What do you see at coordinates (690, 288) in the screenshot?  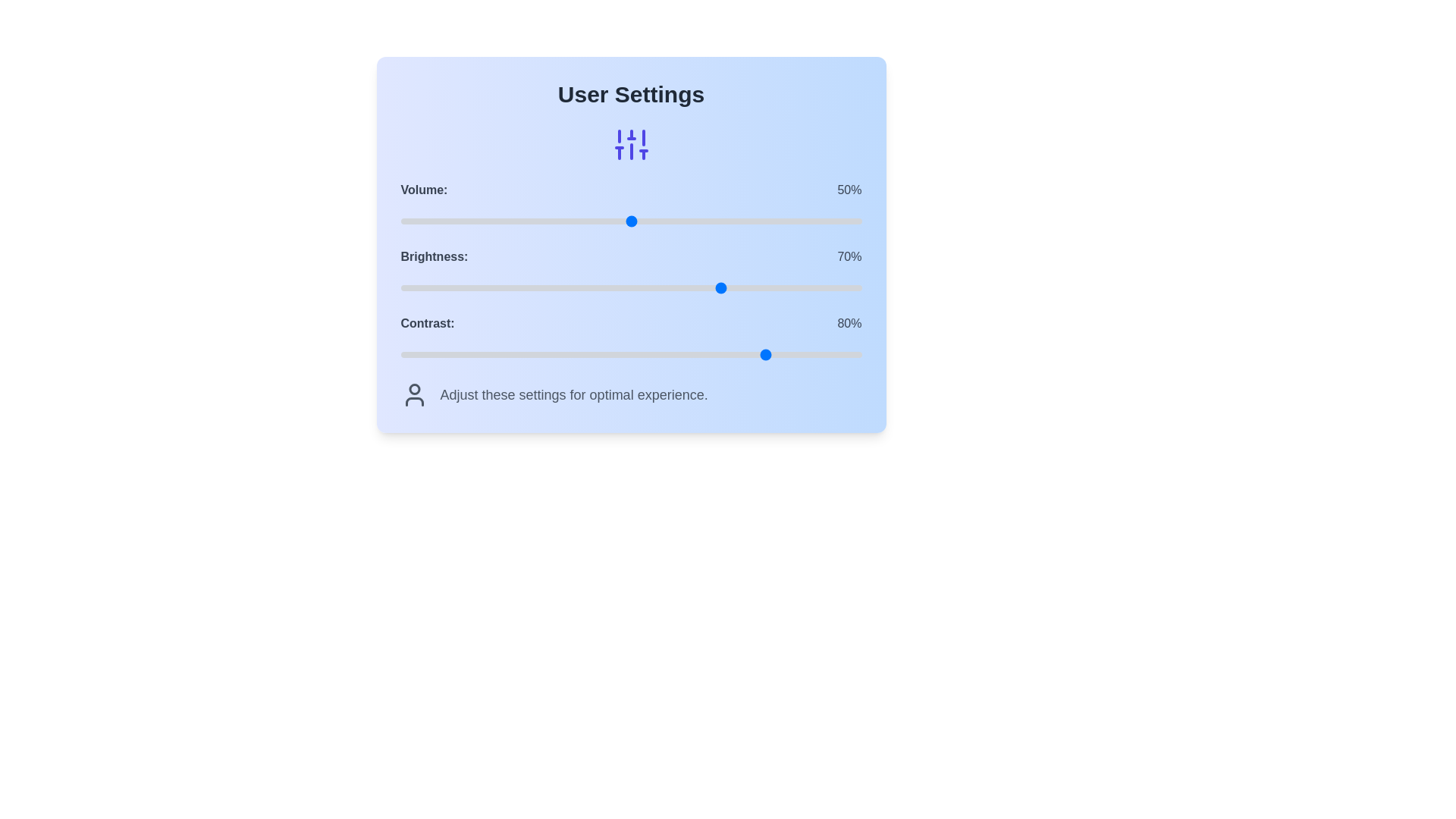 I see `brightness` at bounding box center [690, 288].